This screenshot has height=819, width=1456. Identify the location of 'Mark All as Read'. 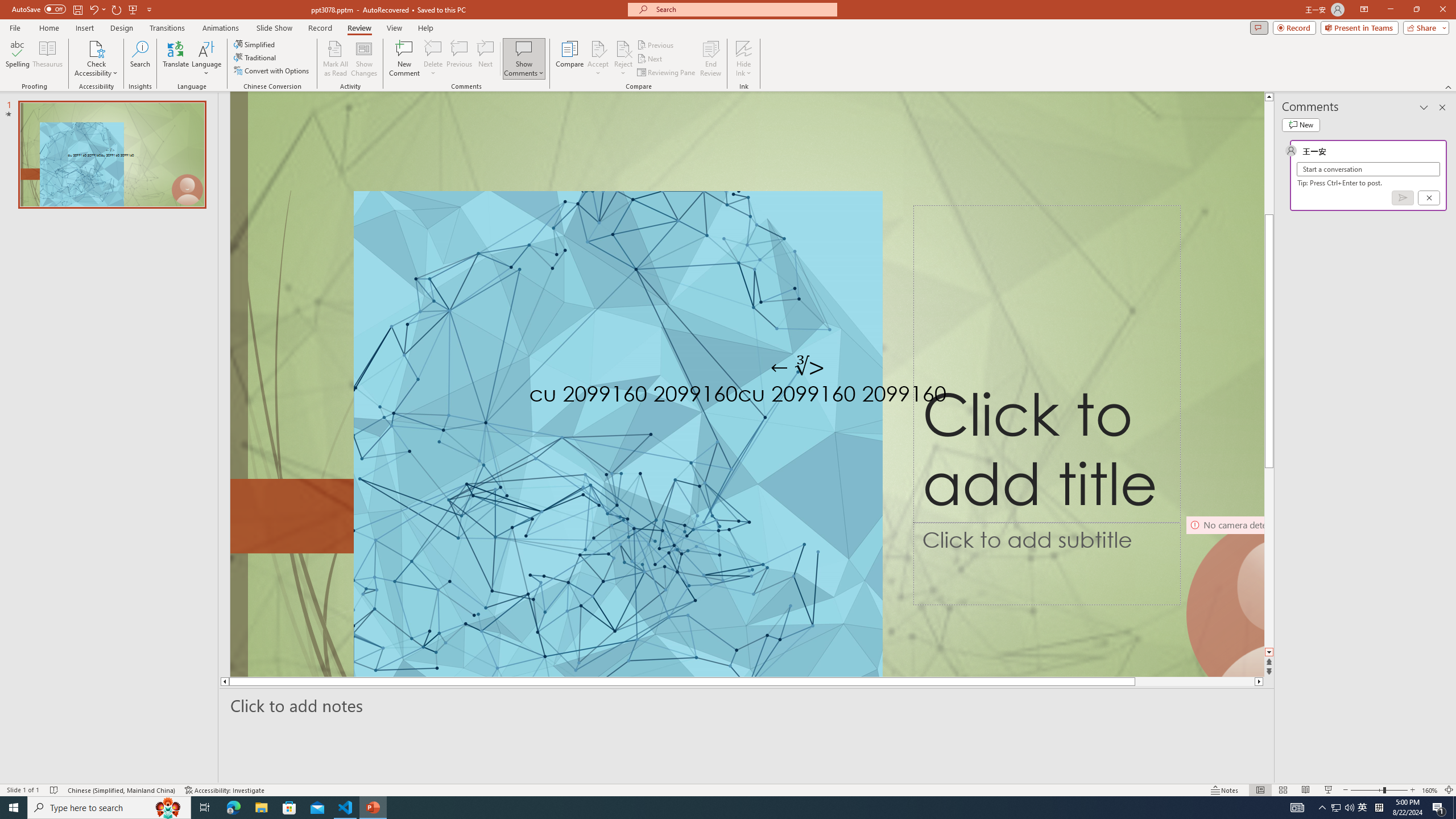
(336, 59).